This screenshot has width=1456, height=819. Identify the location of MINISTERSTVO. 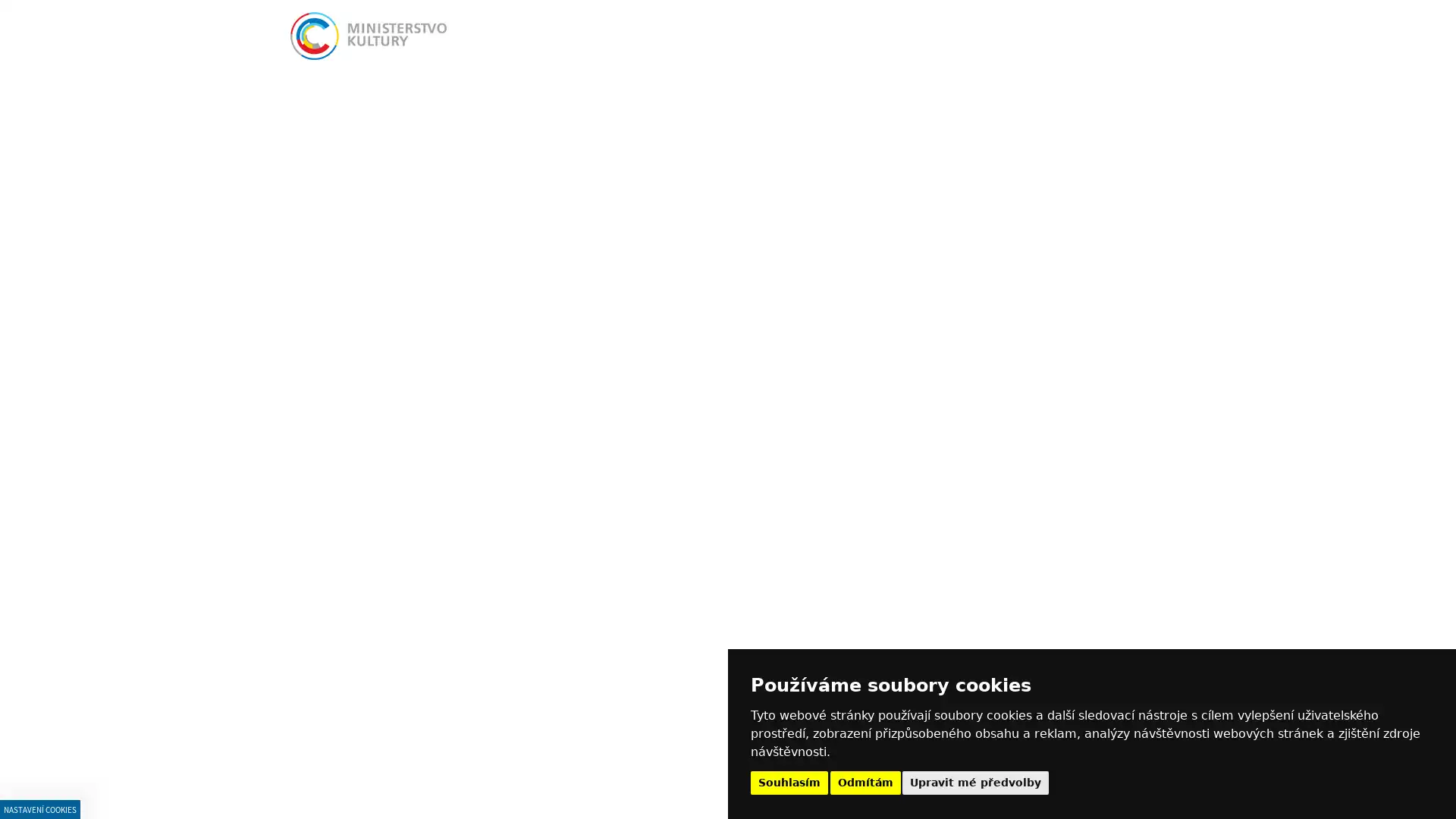
(339, 472).